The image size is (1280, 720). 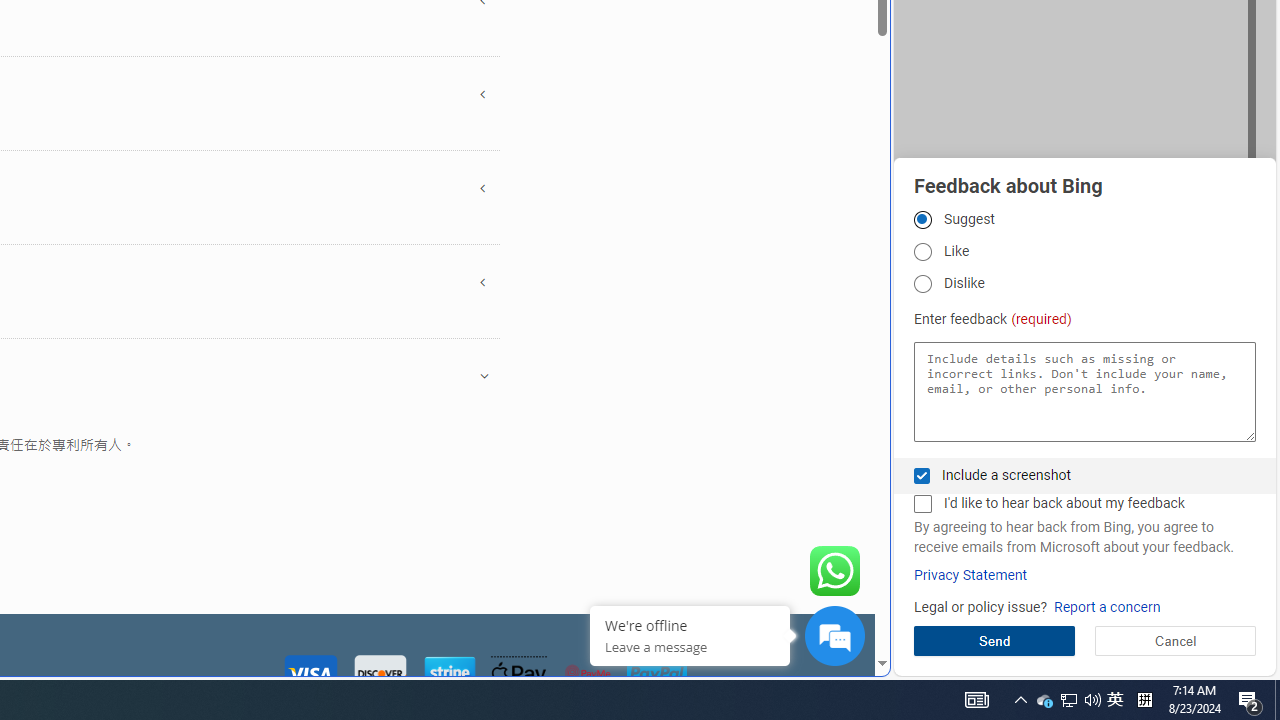 I want to click on 'Dislike', so click(x=921, y=284).